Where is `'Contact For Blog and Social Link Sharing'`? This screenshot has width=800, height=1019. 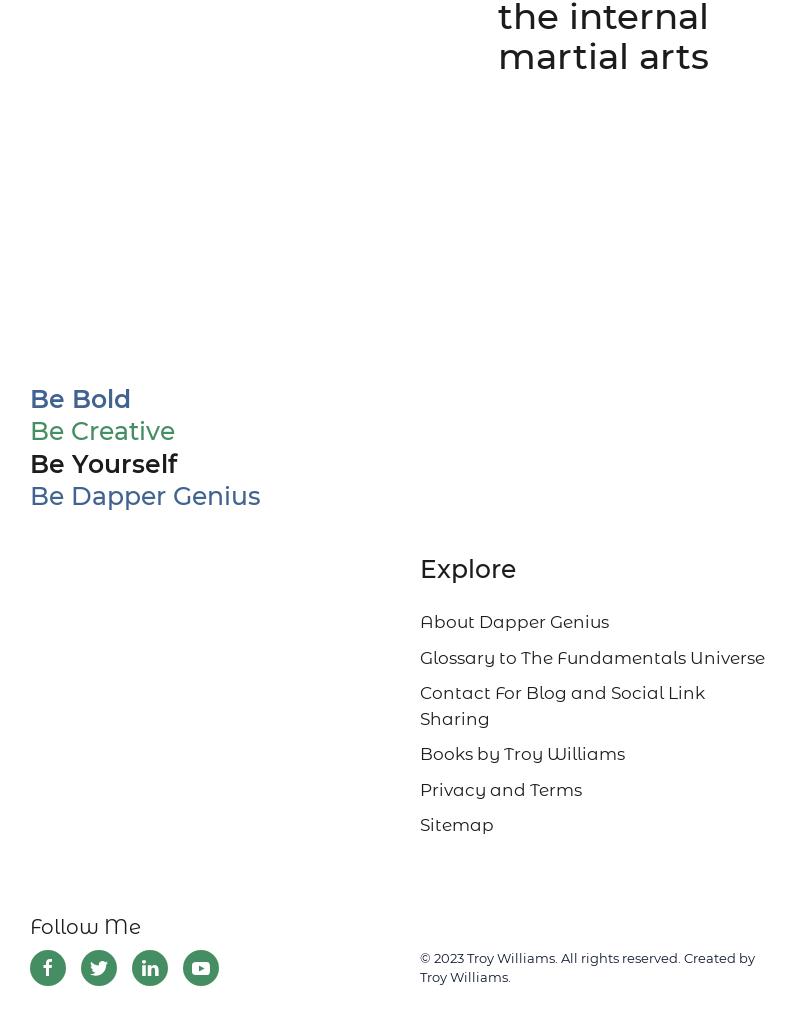 'Contact For Blog and Social Link Sharing' is located at coordinates (562, 705).